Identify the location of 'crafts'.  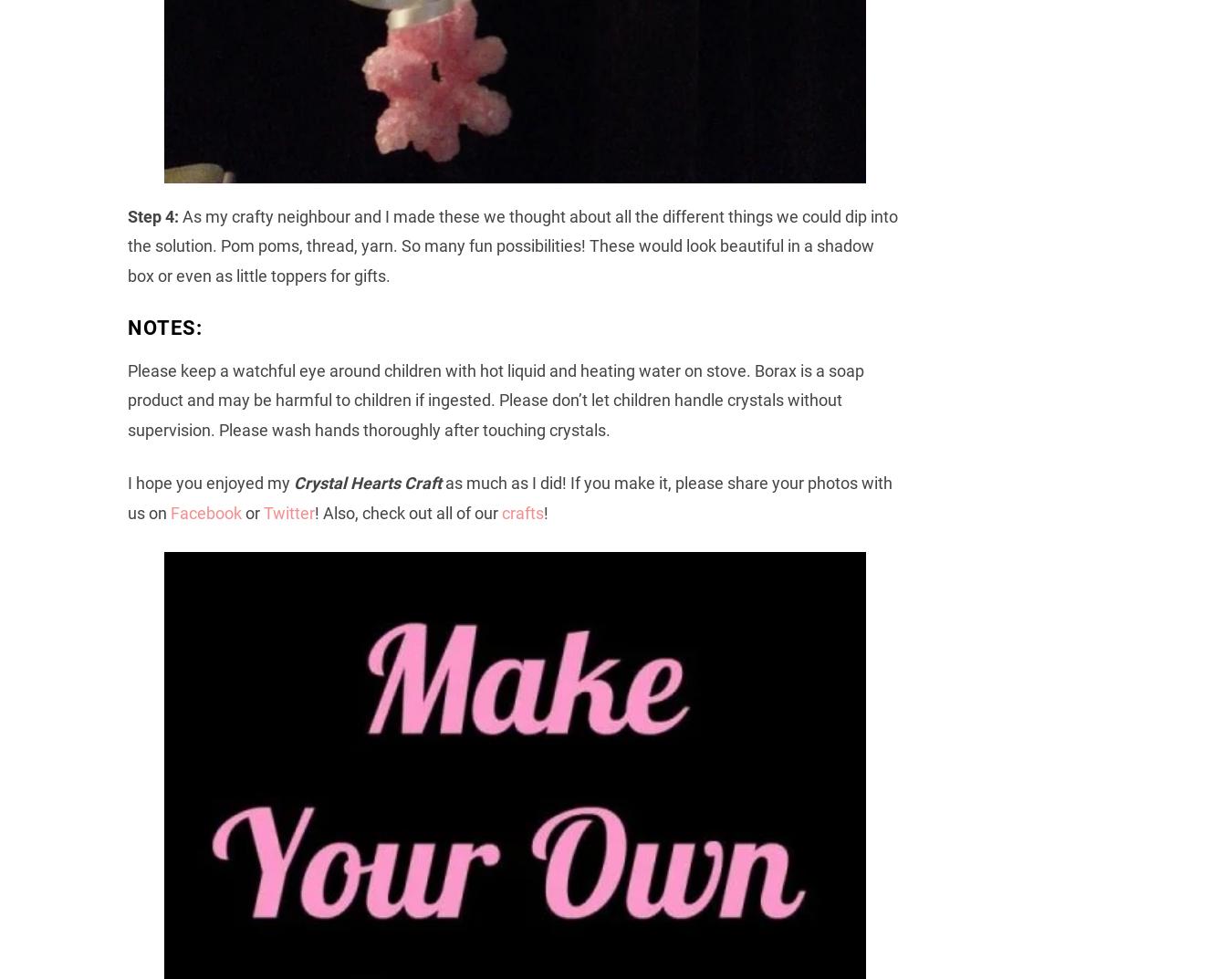
(522, 512).